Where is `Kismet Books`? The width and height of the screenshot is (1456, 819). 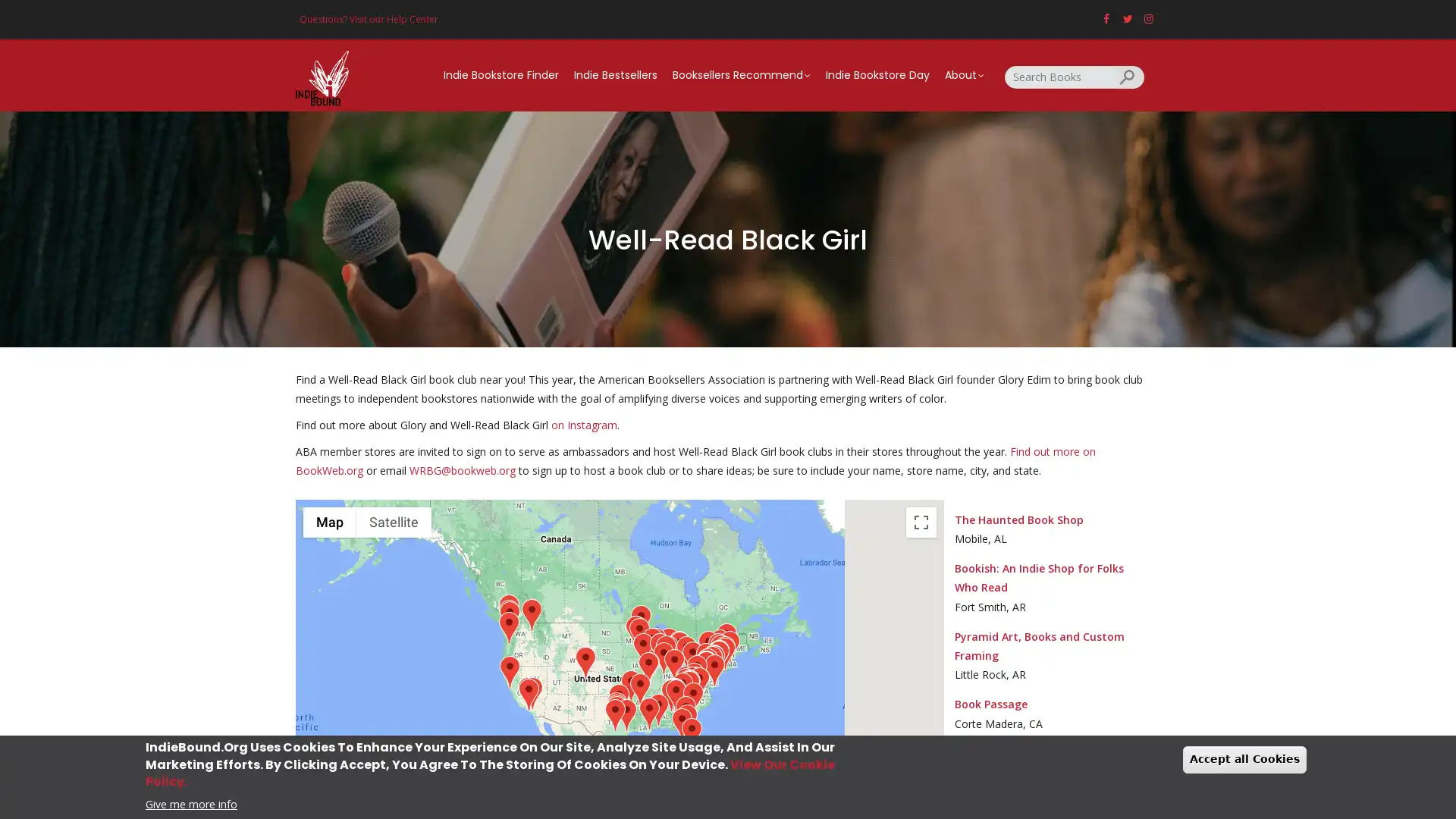
Kismet Books is located at coordinates (651, 643).